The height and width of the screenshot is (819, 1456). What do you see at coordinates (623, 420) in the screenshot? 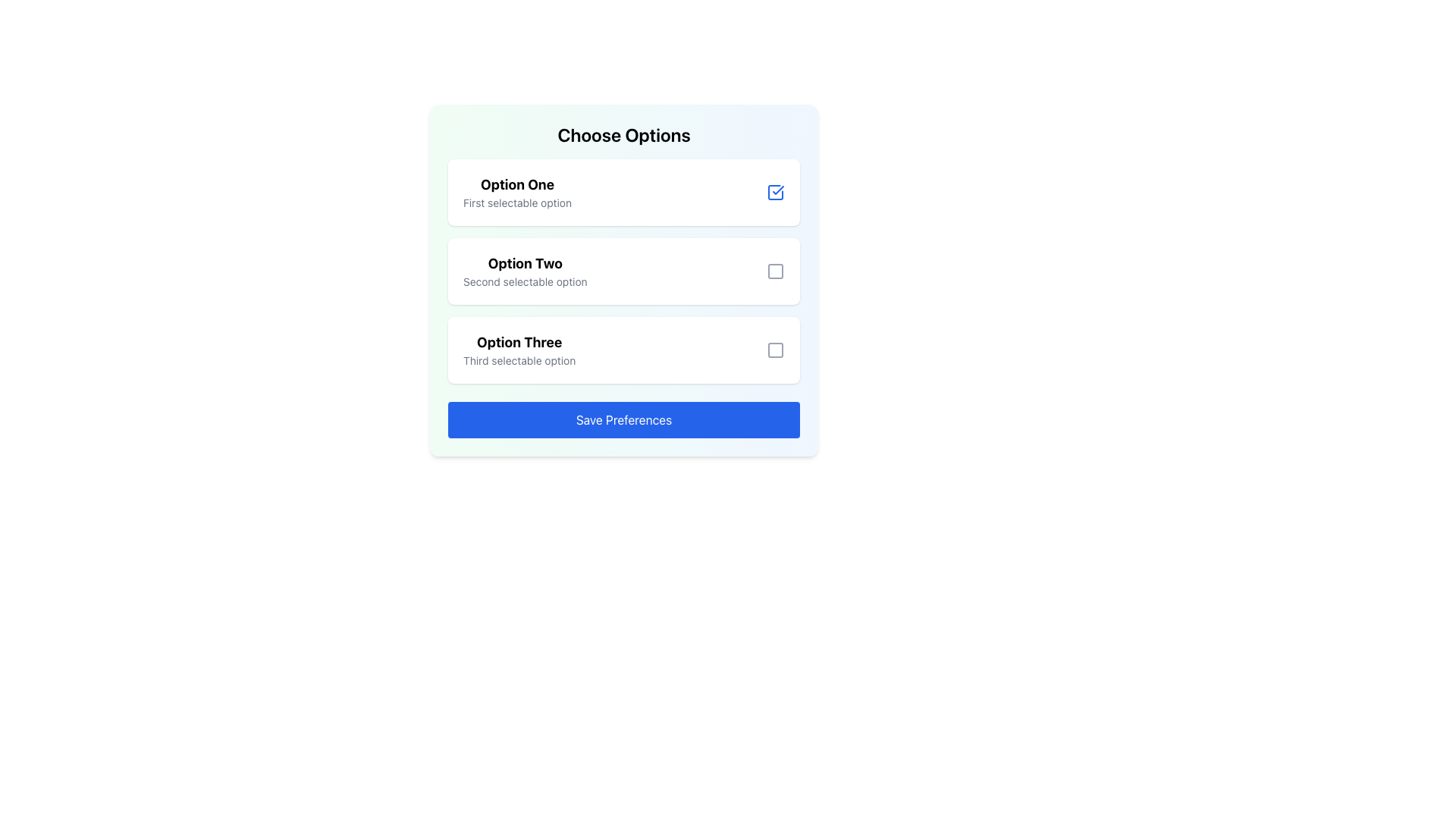
I see `the 'Save Preferences' button, which is a bold blue rectangular button with rounded corners` at bounding box center [623, 420].